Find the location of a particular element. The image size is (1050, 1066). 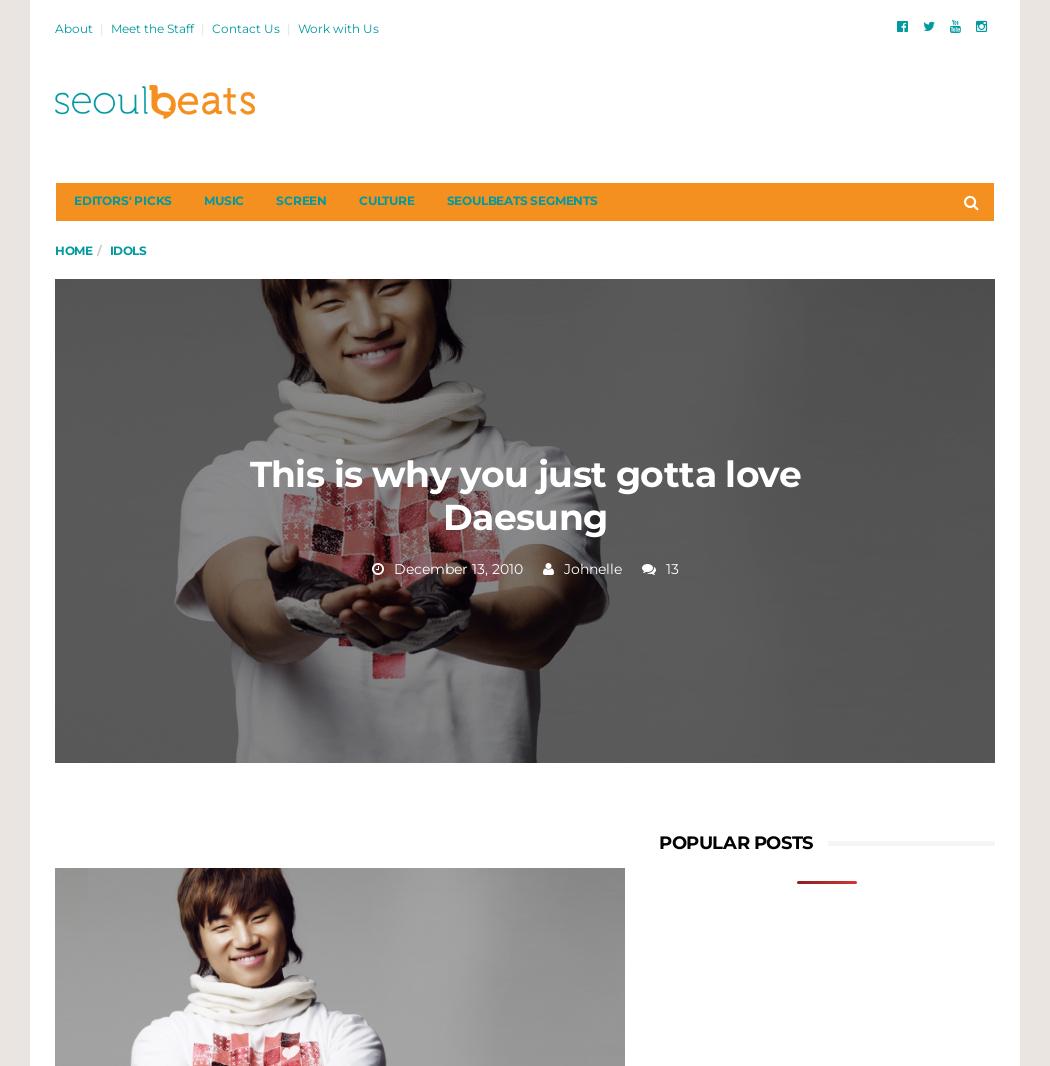

'TV/Variety' is located at coordinates (210, 509).